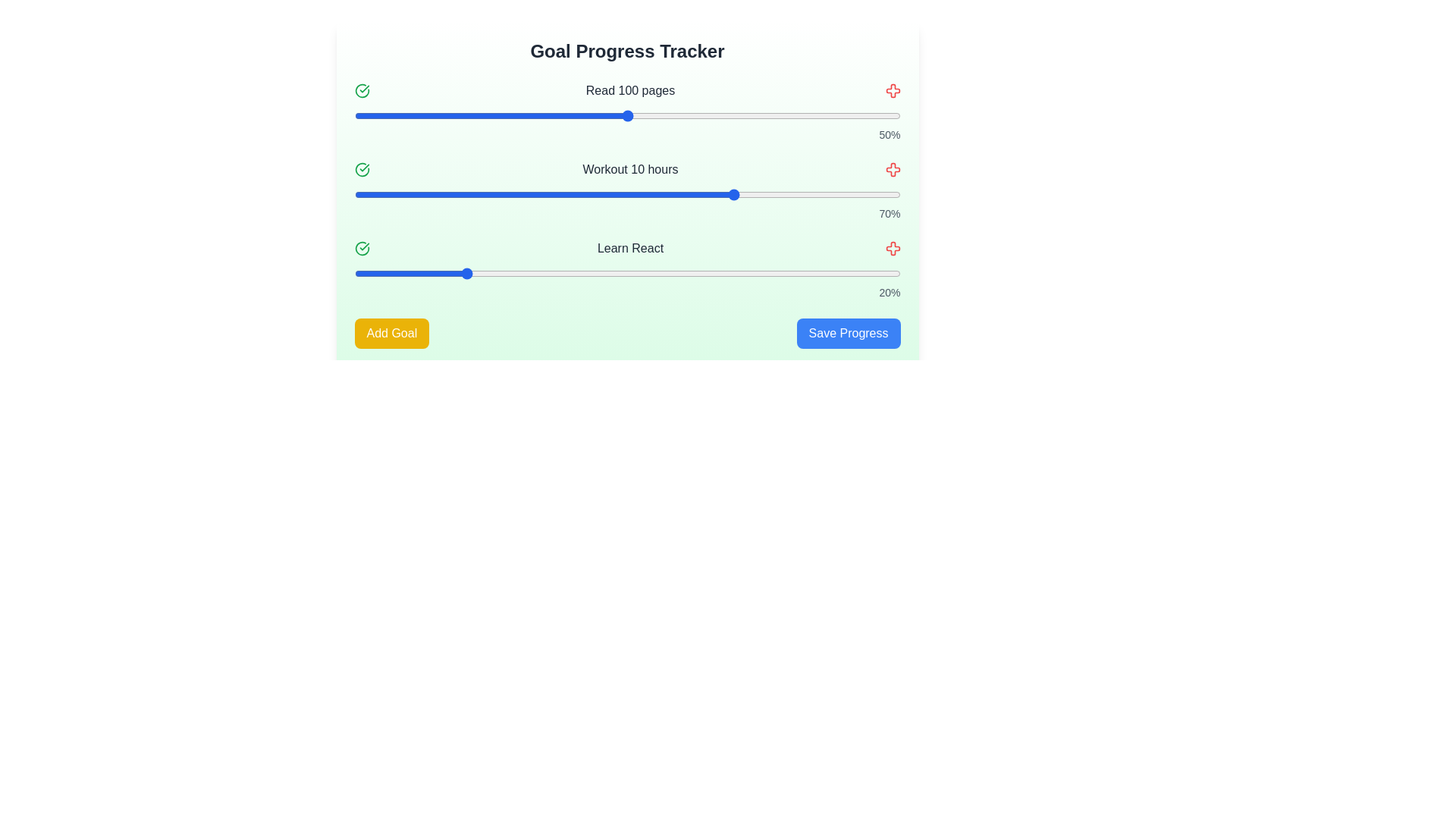 The image size is (1456, 819). Describe the element at coordinates (430, 115) in the screenshot. I see `the progress slider for the goal 'Read 100 pages' to 14%` at that location.